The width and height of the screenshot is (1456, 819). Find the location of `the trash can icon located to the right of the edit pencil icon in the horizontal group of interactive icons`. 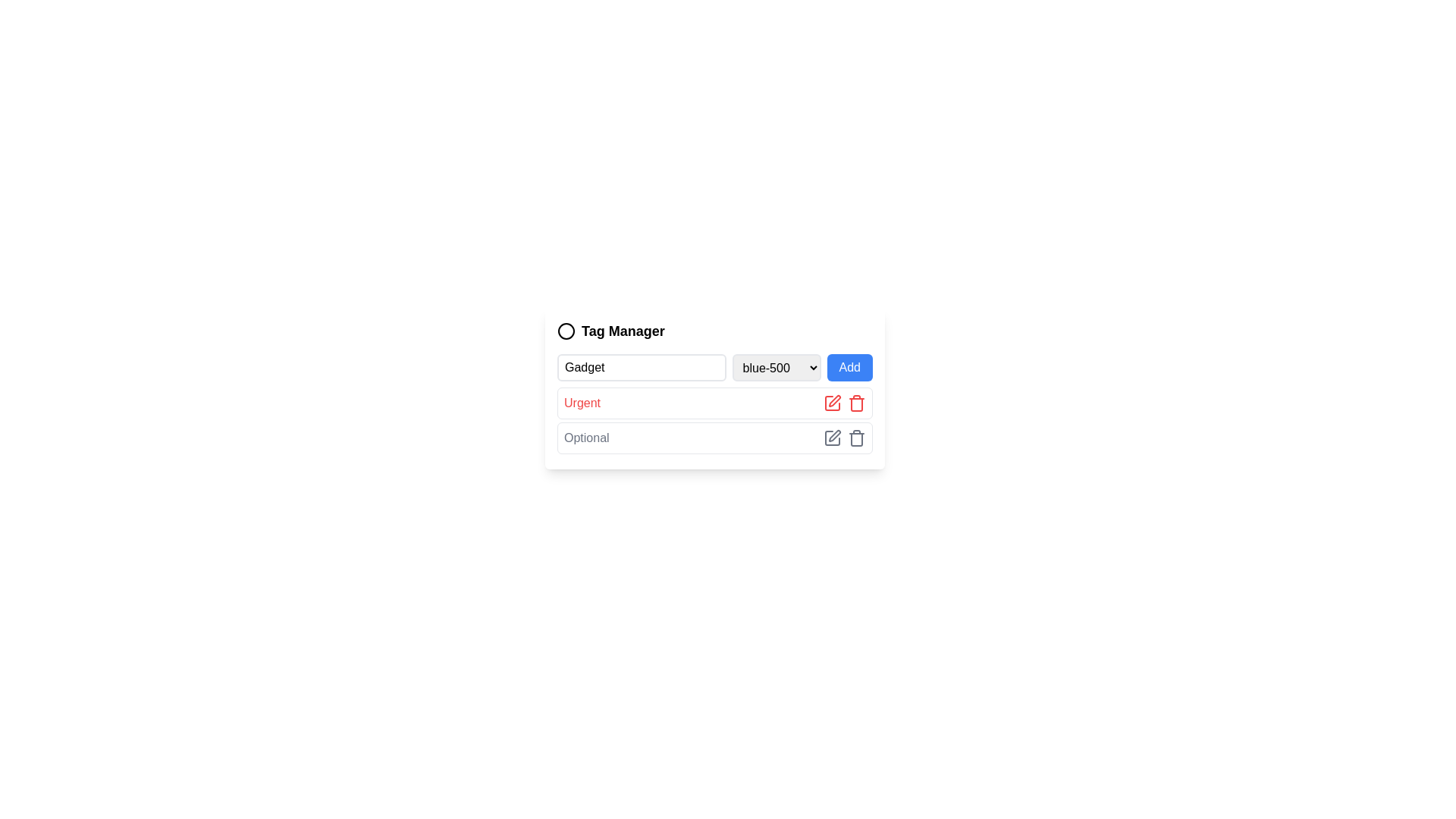

the trash can icon located to the right of the edit pencil icon in the horizontal group of interactive icons is located at coordinates (856, 403).